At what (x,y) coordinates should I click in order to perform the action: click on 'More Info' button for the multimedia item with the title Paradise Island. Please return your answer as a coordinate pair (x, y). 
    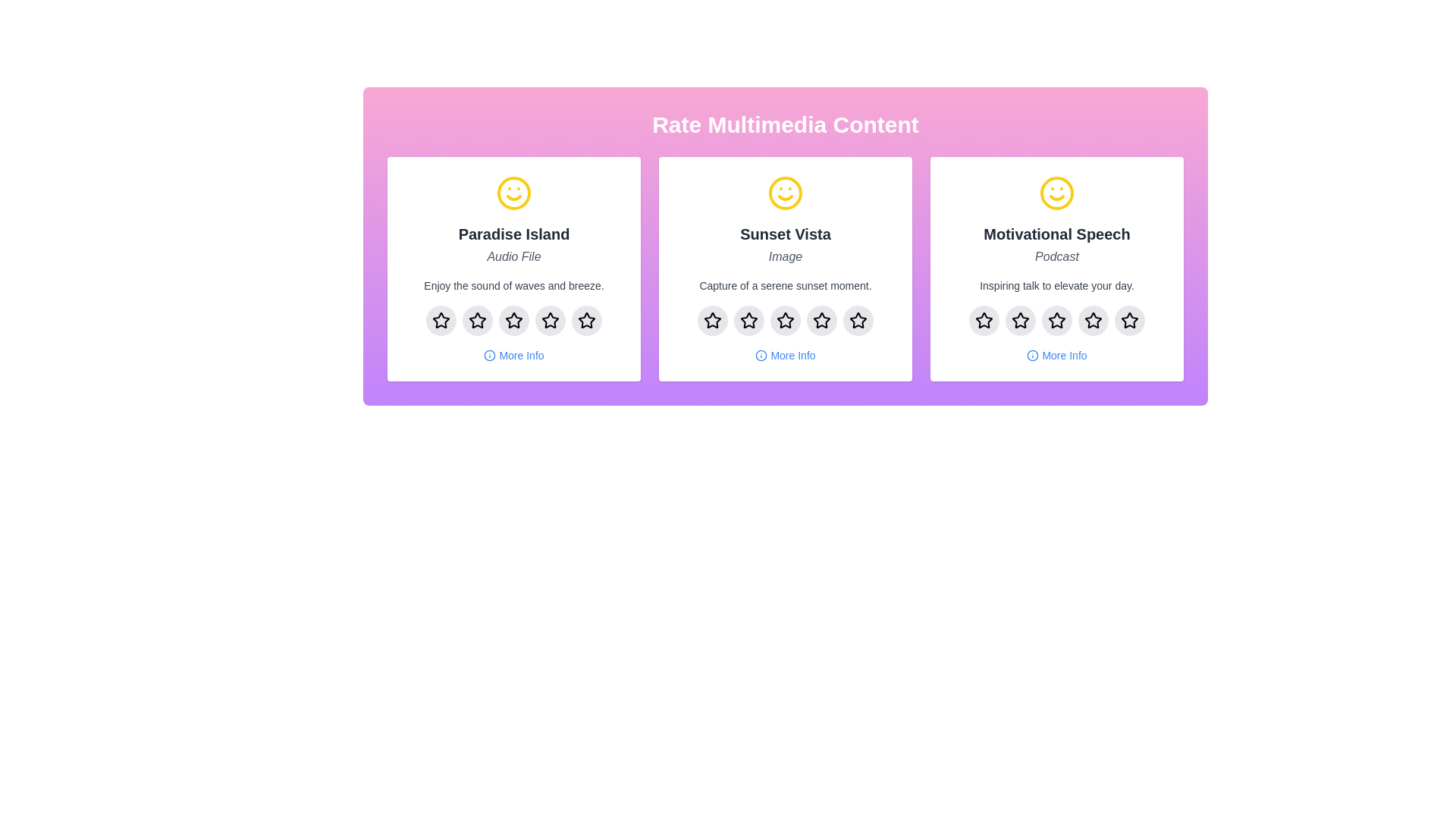
    Looking at the image, I should click on (513, 356).